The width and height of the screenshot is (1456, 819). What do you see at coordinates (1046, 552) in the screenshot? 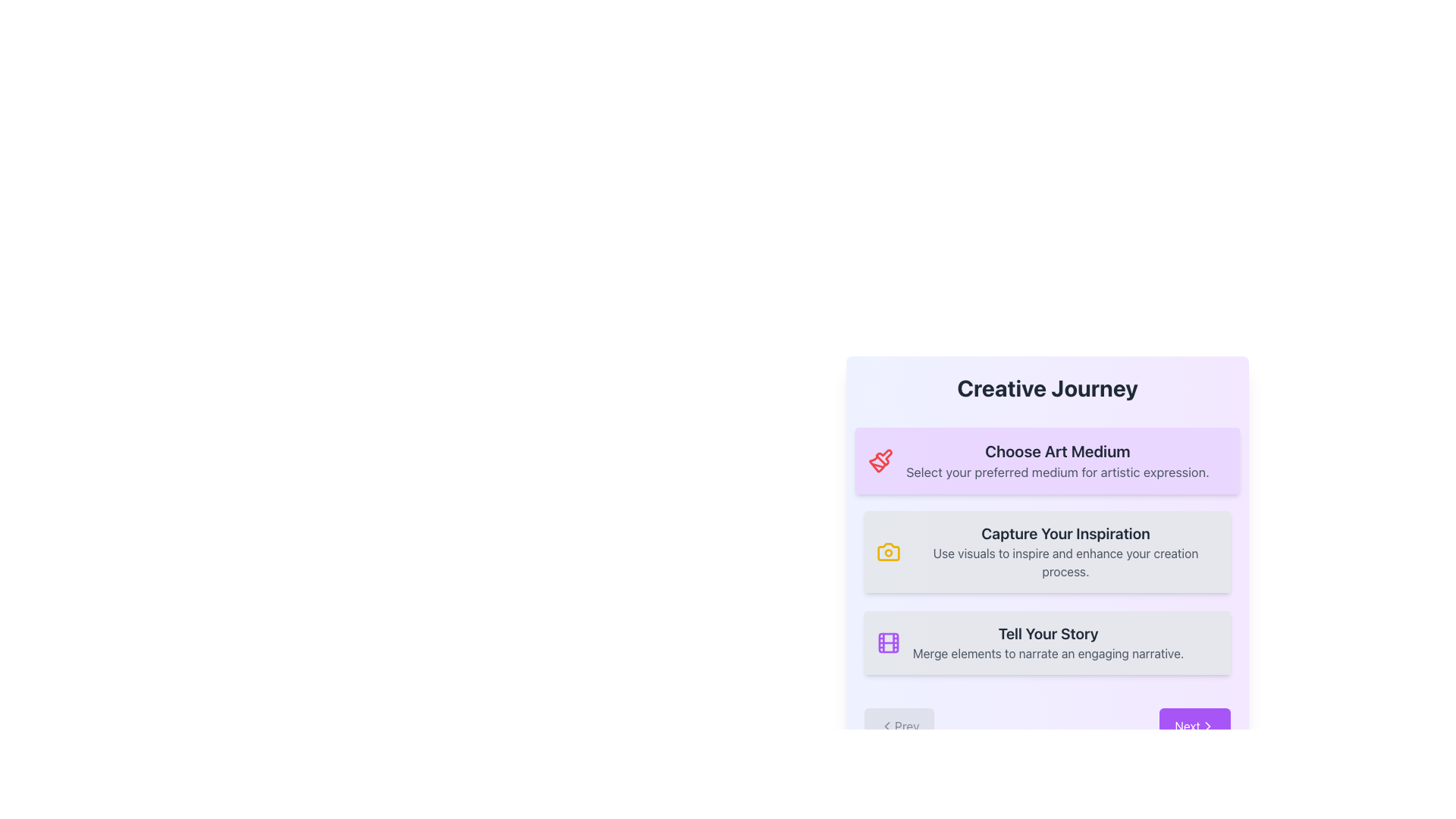
I see `the highlighted text display element titled 'Choose Art Medium' with the description 'Select your preferred medium for artistic expression.'` at bounding box center [1046, 552].